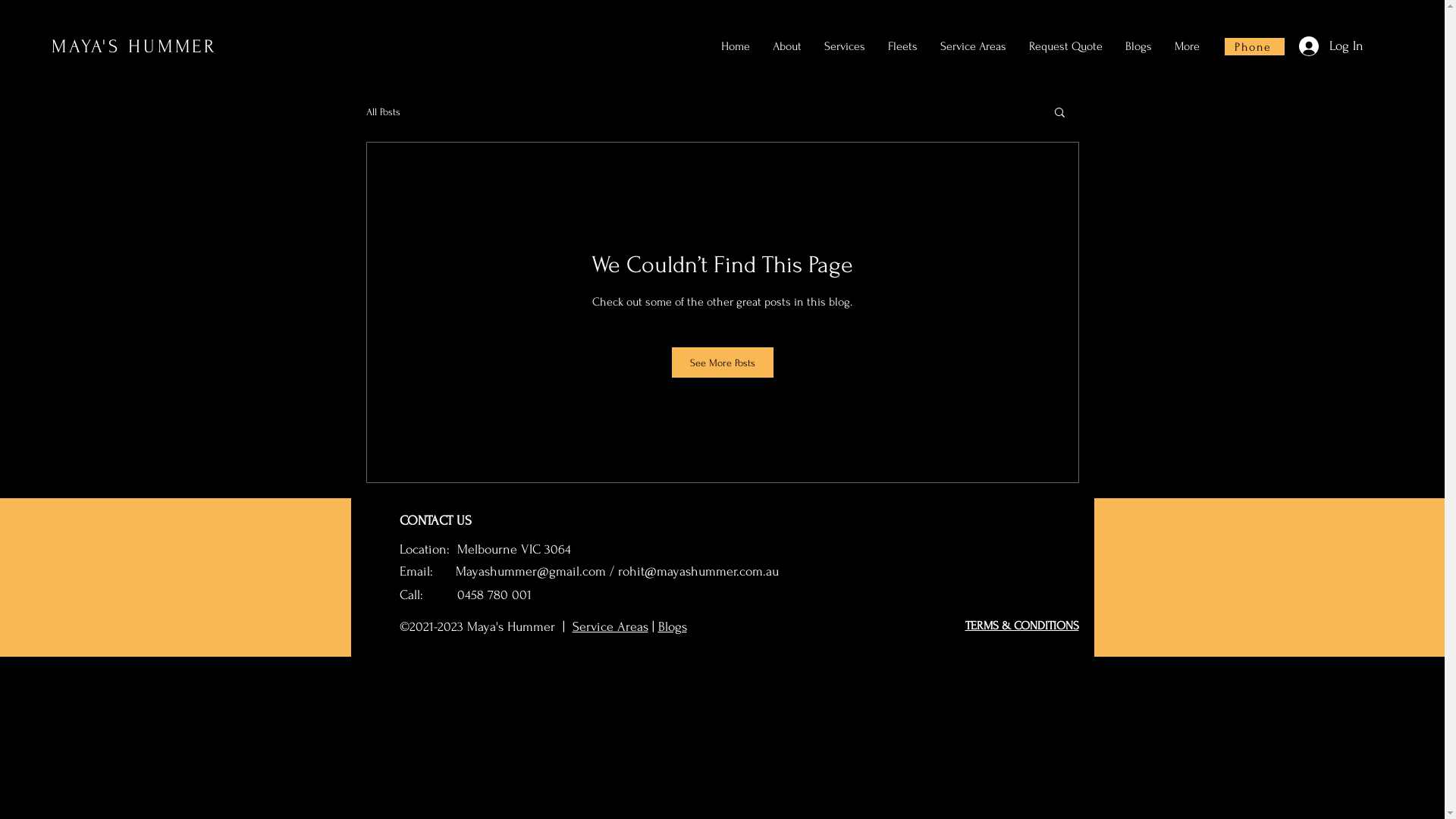 This screenshot has width=1456, height=819. Describe the element at coordinates (1330, 45) in the screenshot. I see `'Log In'` at that location.